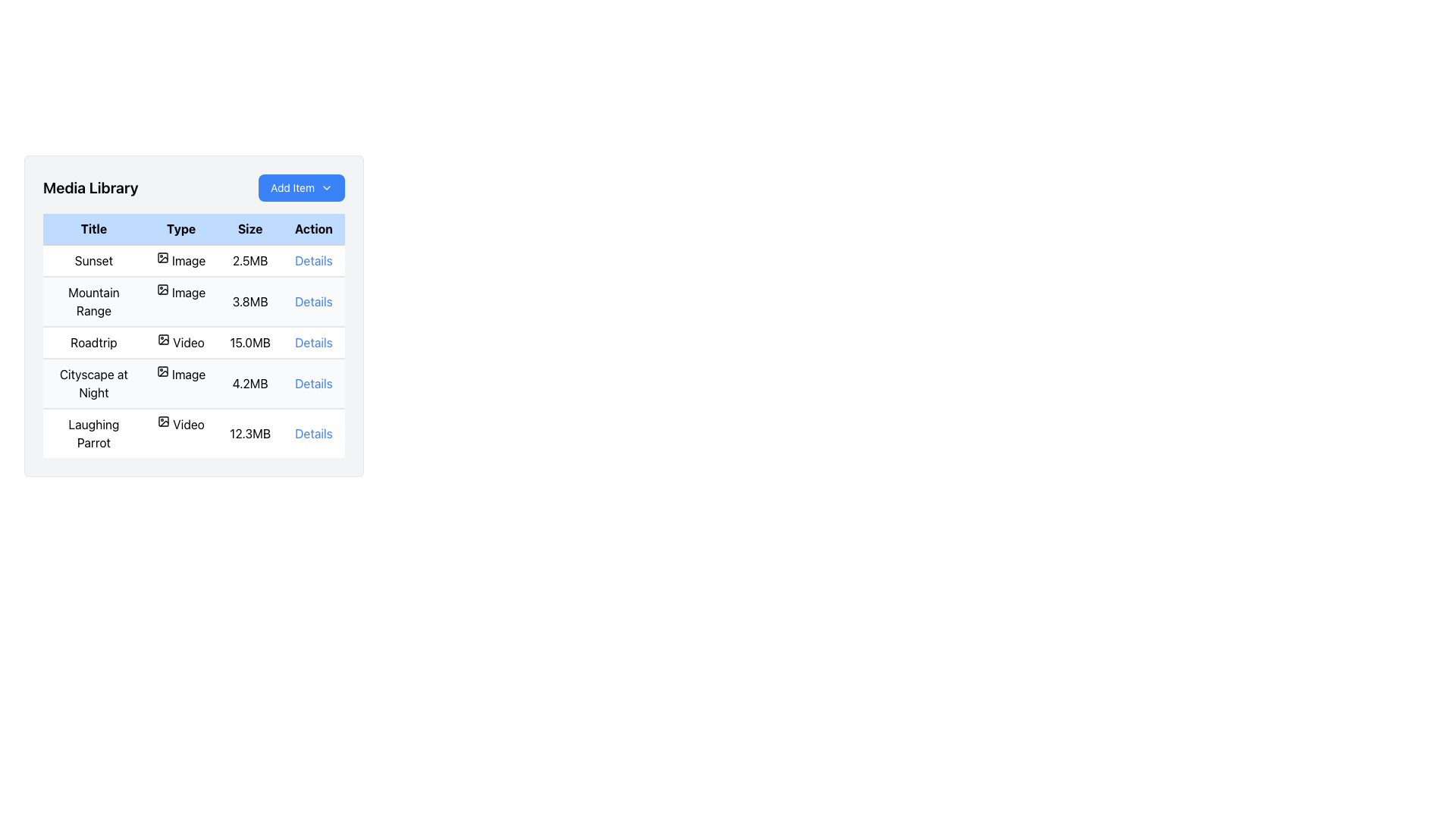  Describe the element at coordinates (312, 382) in the screenshot. I see `the blue-colored text hyperlink labeled 'Details' in the 'Action' column of the 'Media Library' table for the 'Cityscape at Night' row` at that location.